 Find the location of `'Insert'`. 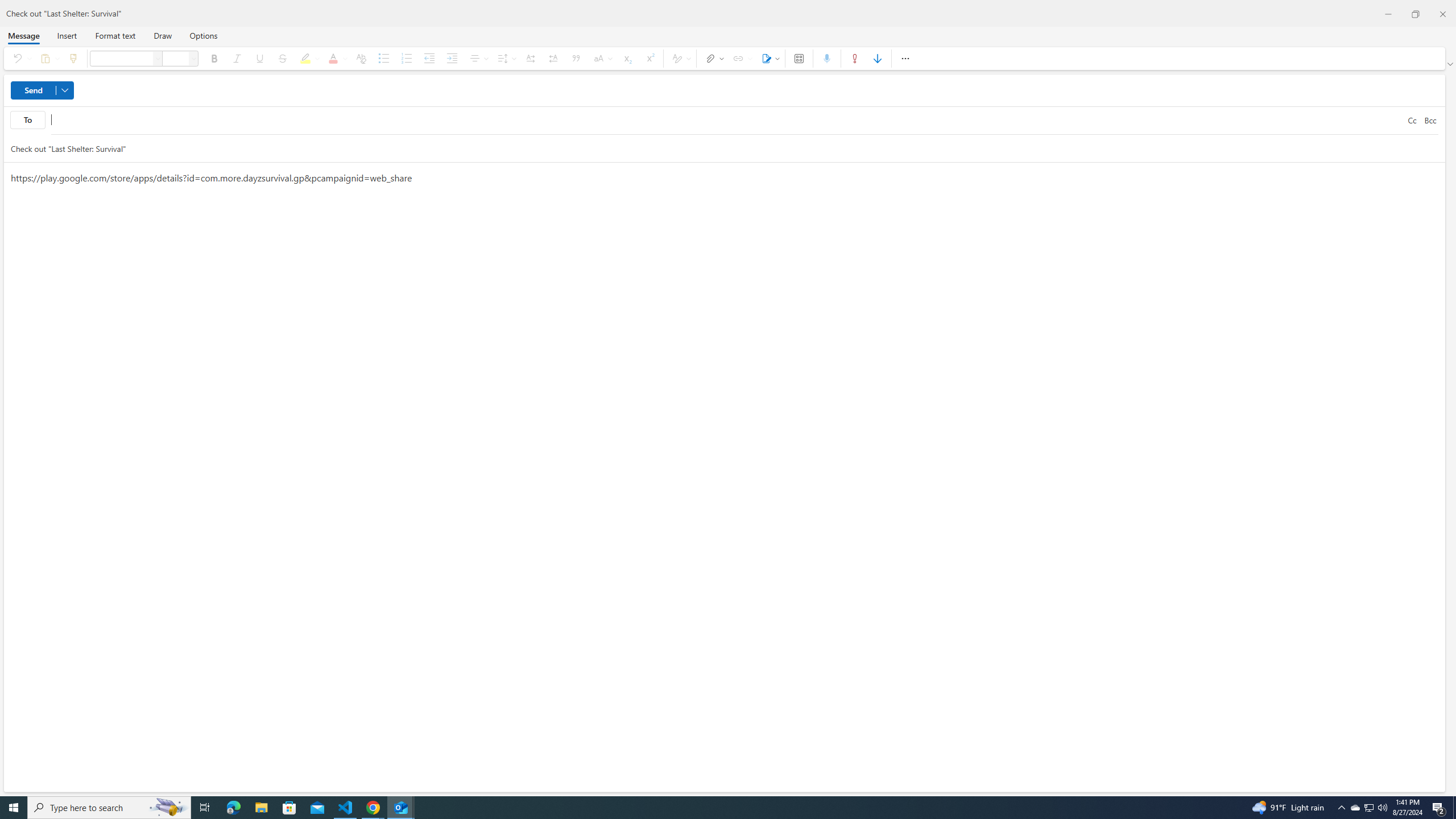

'Insert' is located at coordinates (67, 35).